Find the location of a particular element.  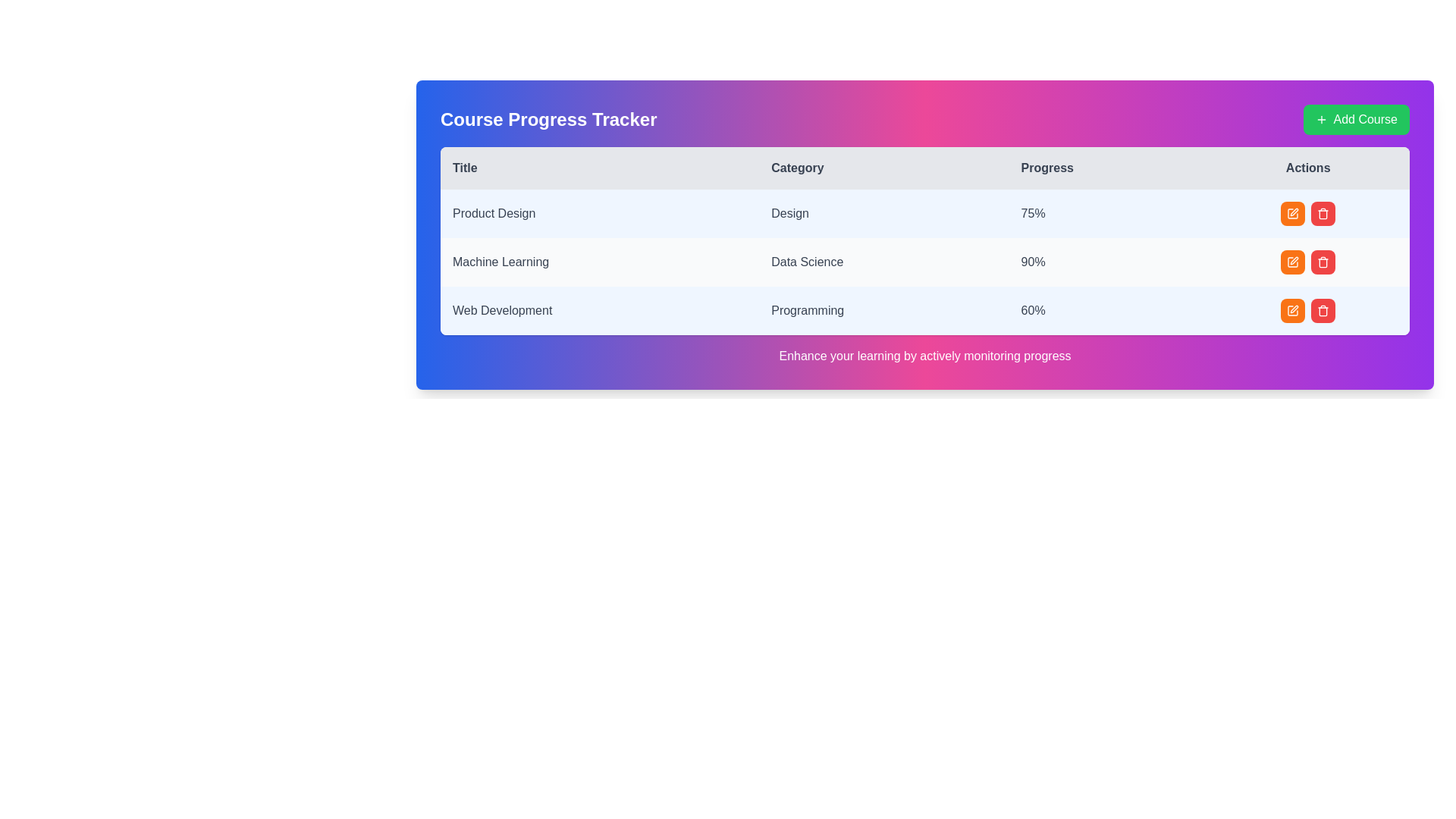

the trash can icon button in the 'Actions' column of the third row is located at coordinates (1323, 213).